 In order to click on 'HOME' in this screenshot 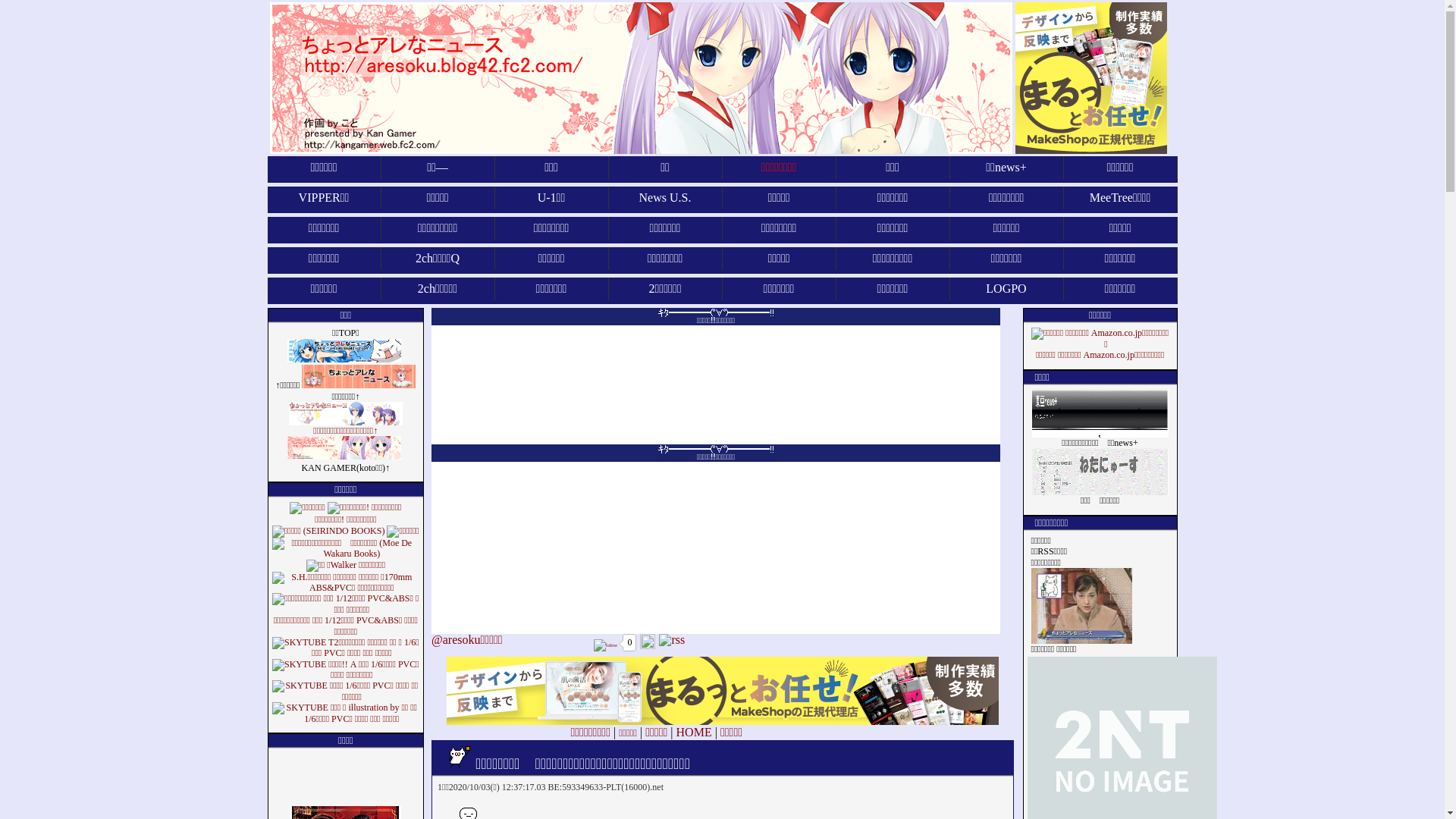, I will do `click(693, 731)`.